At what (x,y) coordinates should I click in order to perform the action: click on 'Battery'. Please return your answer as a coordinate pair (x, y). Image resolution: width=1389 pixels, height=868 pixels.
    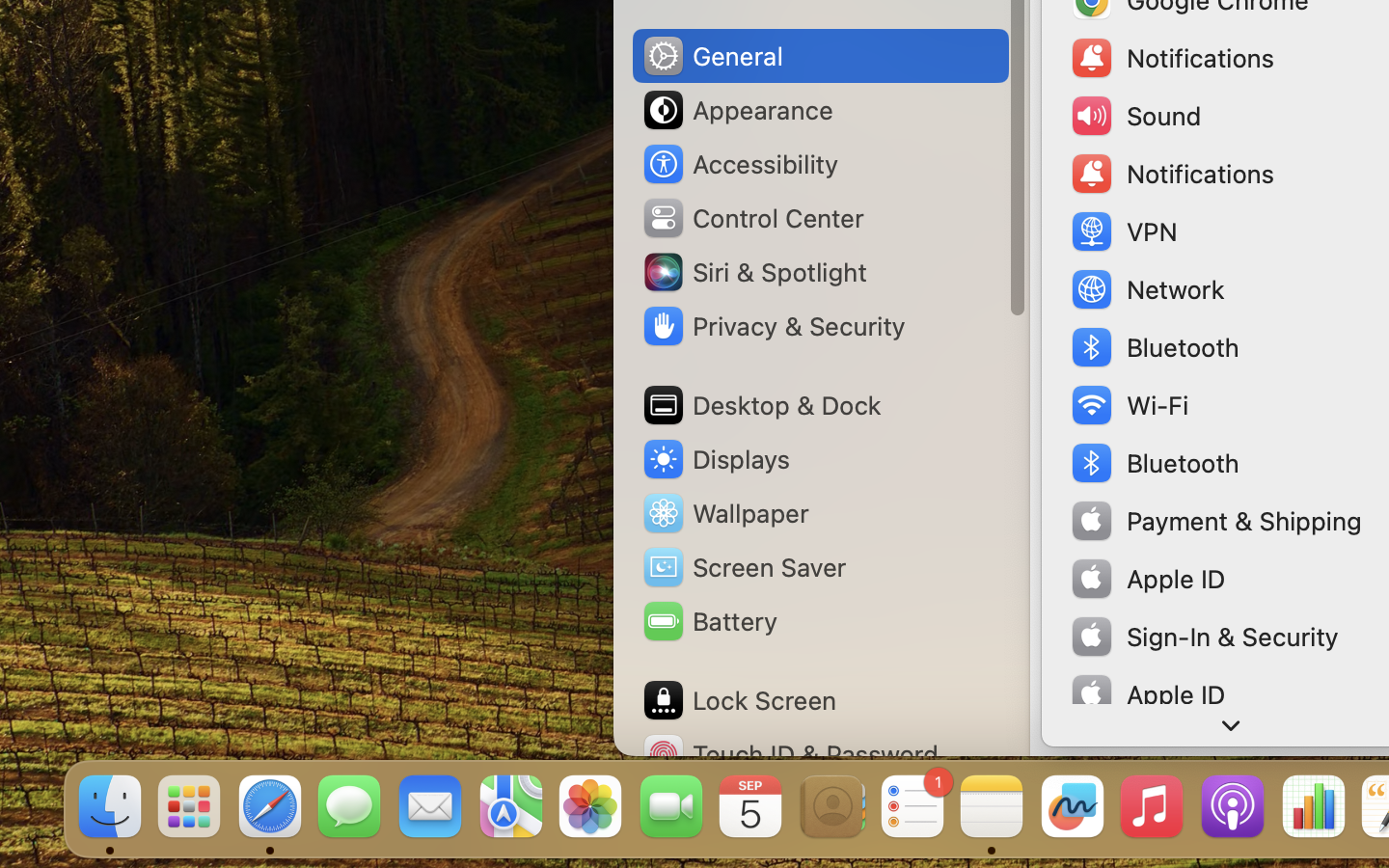
    Looking at the image, I should click on (707, 621).